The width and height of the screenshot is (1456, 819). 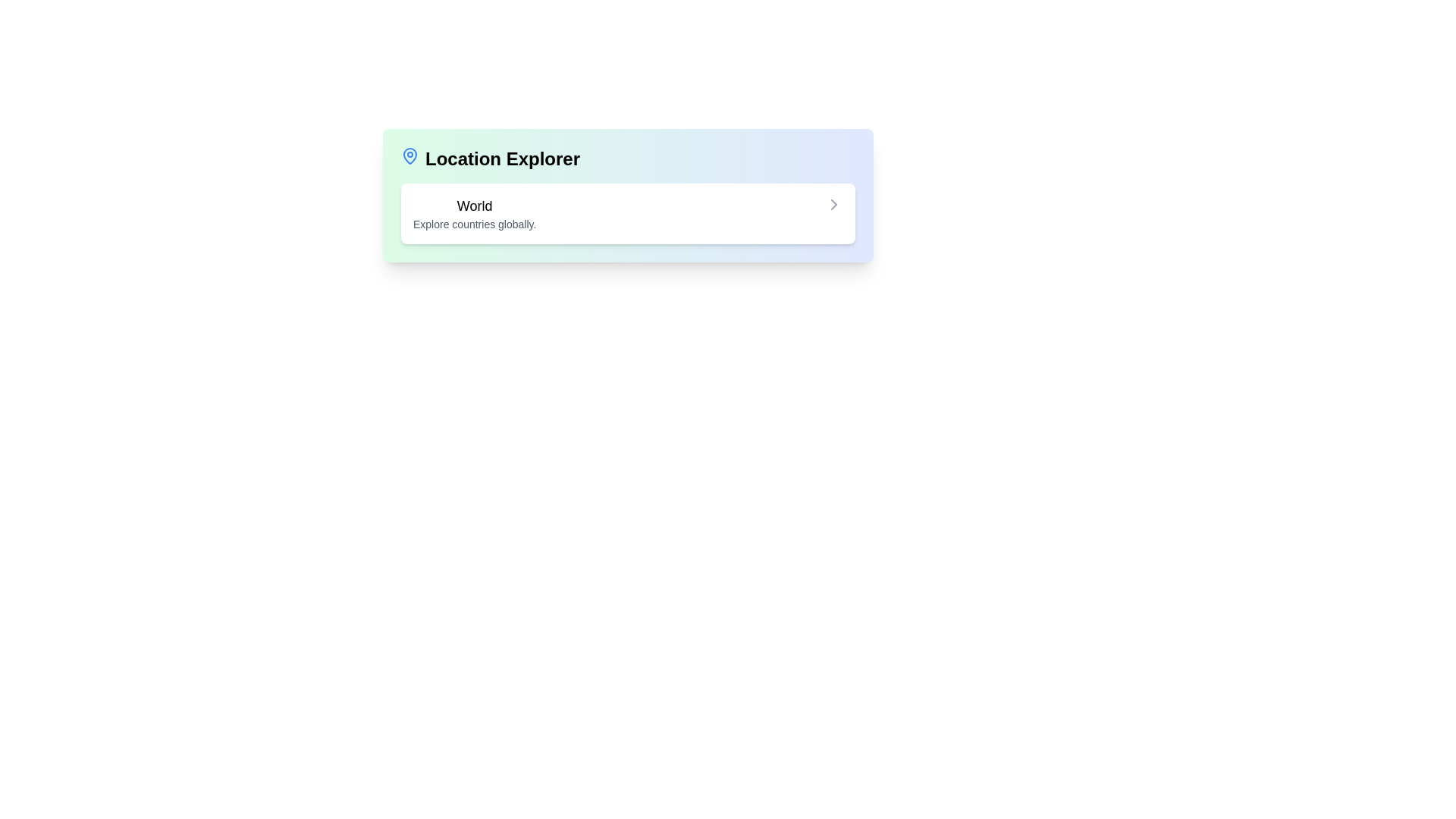 I want to click on the right-facing chevron arrow icon located on the right side of the 'World' text field, so click(x=833, y=205).